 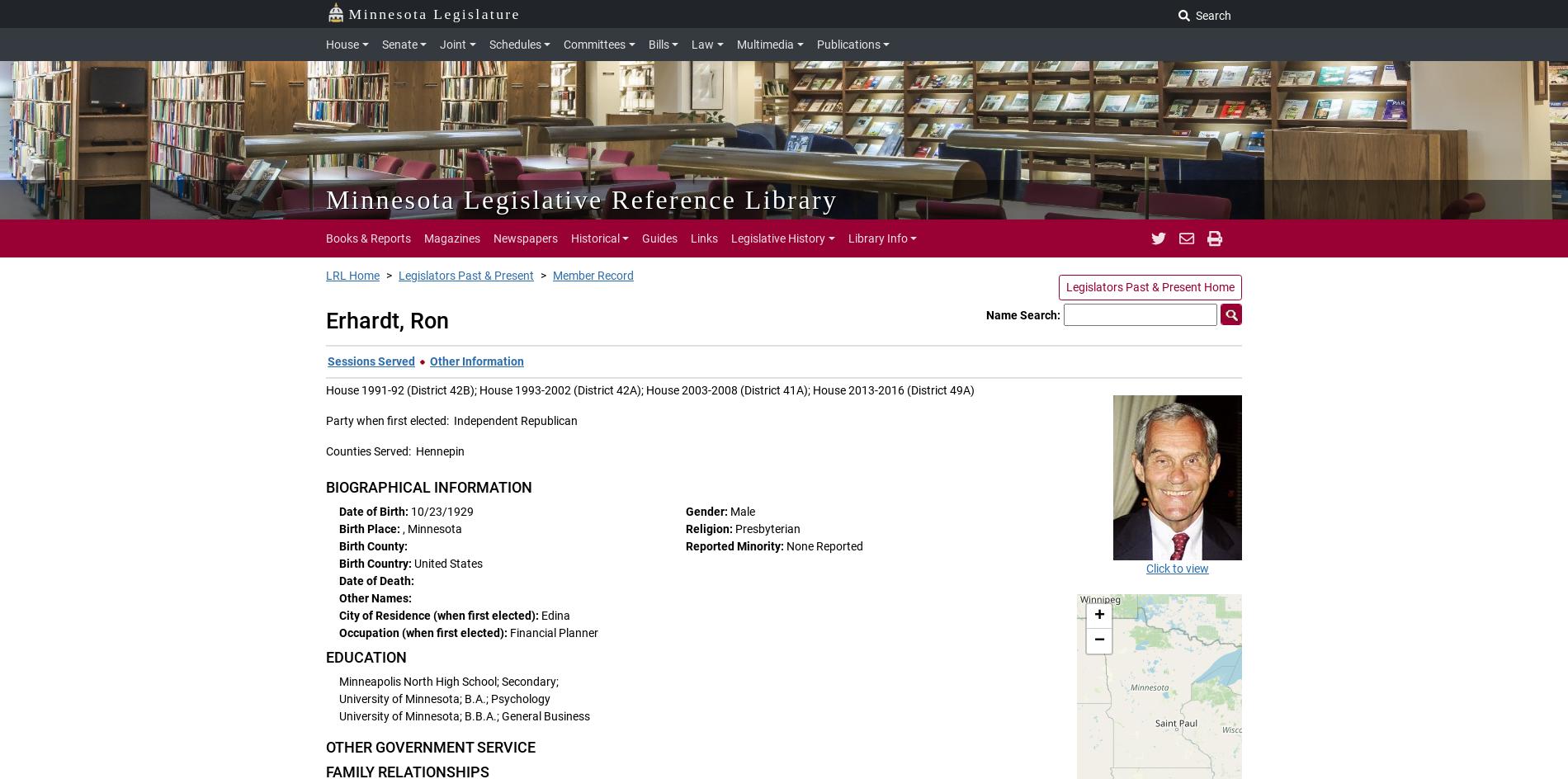 I want to click on 'Edina', so click(x=555, y=616).